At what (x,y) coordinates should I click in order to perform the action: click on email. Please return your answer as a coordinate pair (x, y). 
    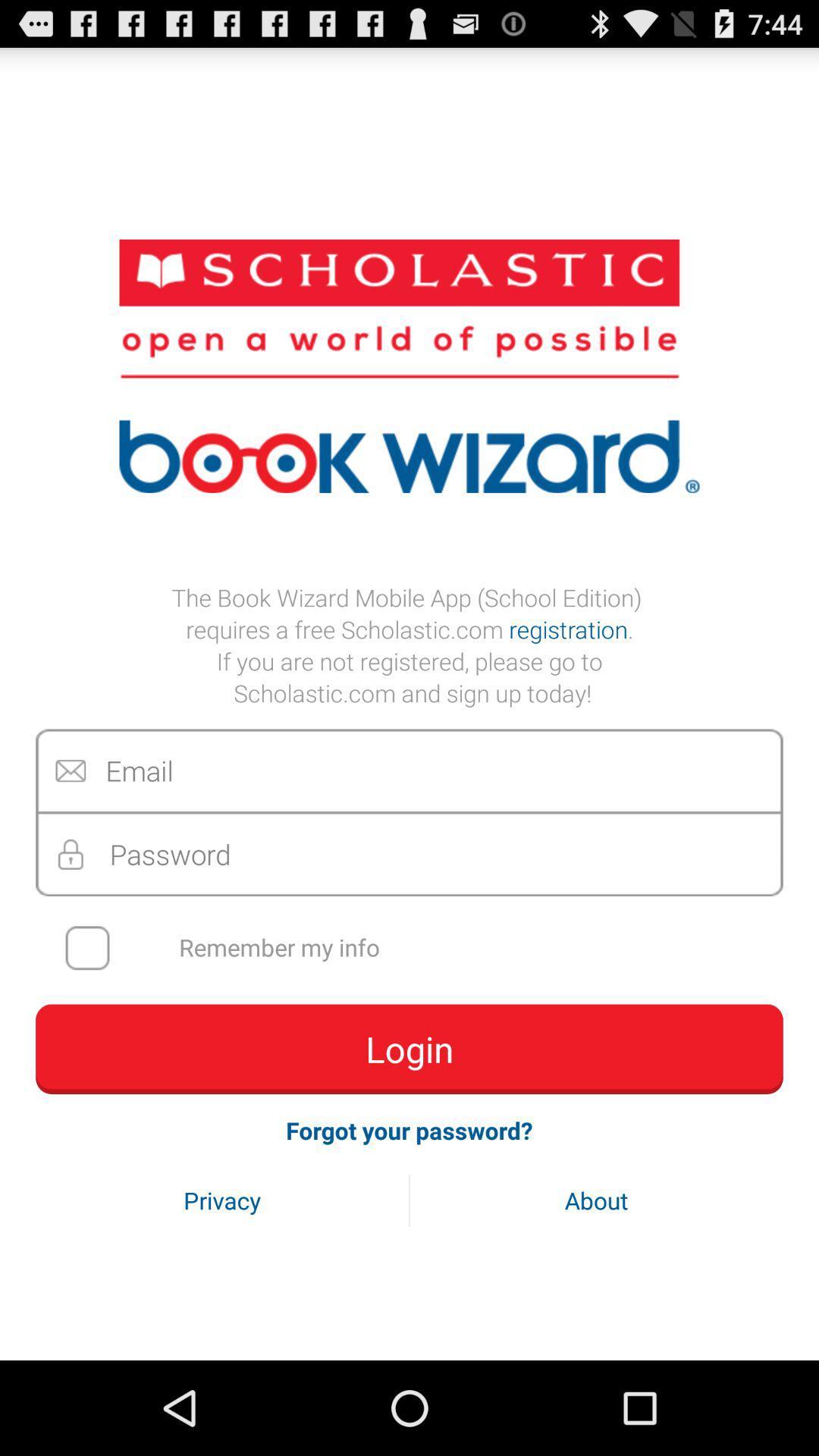
    Looking at the image, I should click on (409, 770).